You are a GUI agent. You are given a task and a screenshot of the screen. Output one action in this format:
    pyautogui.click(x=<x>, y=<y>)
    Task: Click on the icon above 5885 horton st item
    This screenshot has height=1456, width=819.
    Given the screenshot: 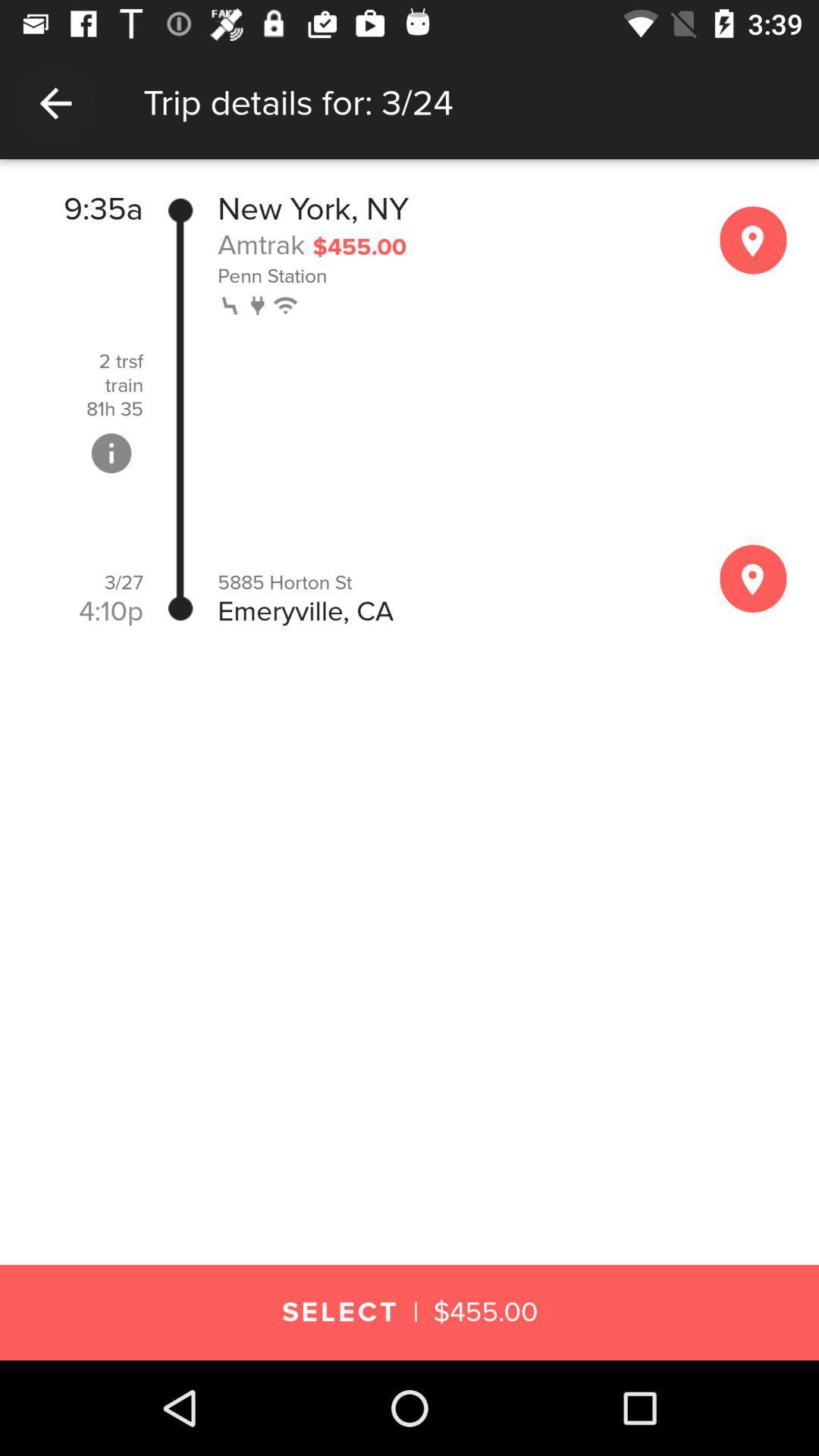 What is the action you would take?
    pyautogui.click(x=287, y=303)
    